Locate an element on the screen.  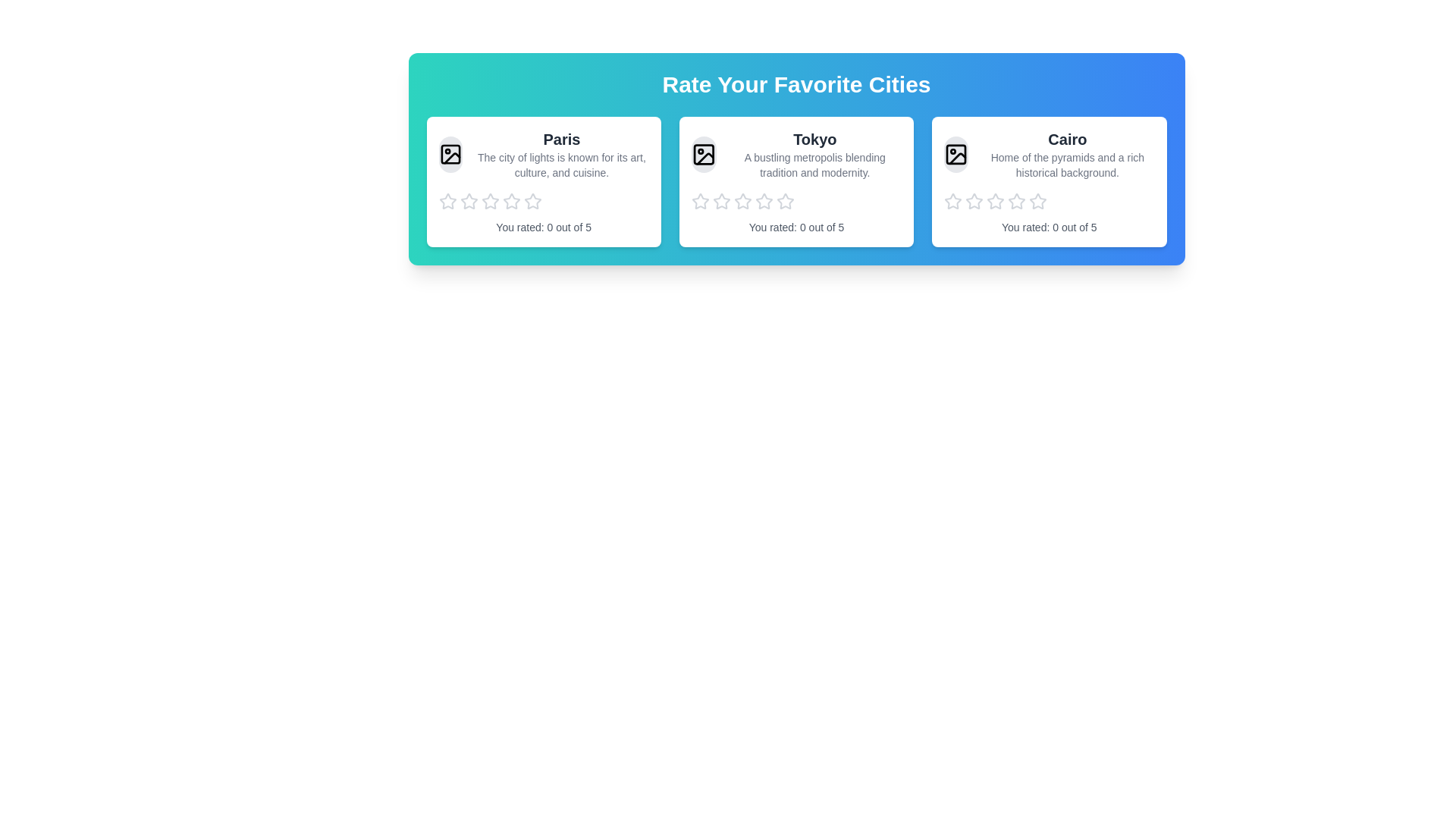
the second star icon is located at coordinates (764, 200).